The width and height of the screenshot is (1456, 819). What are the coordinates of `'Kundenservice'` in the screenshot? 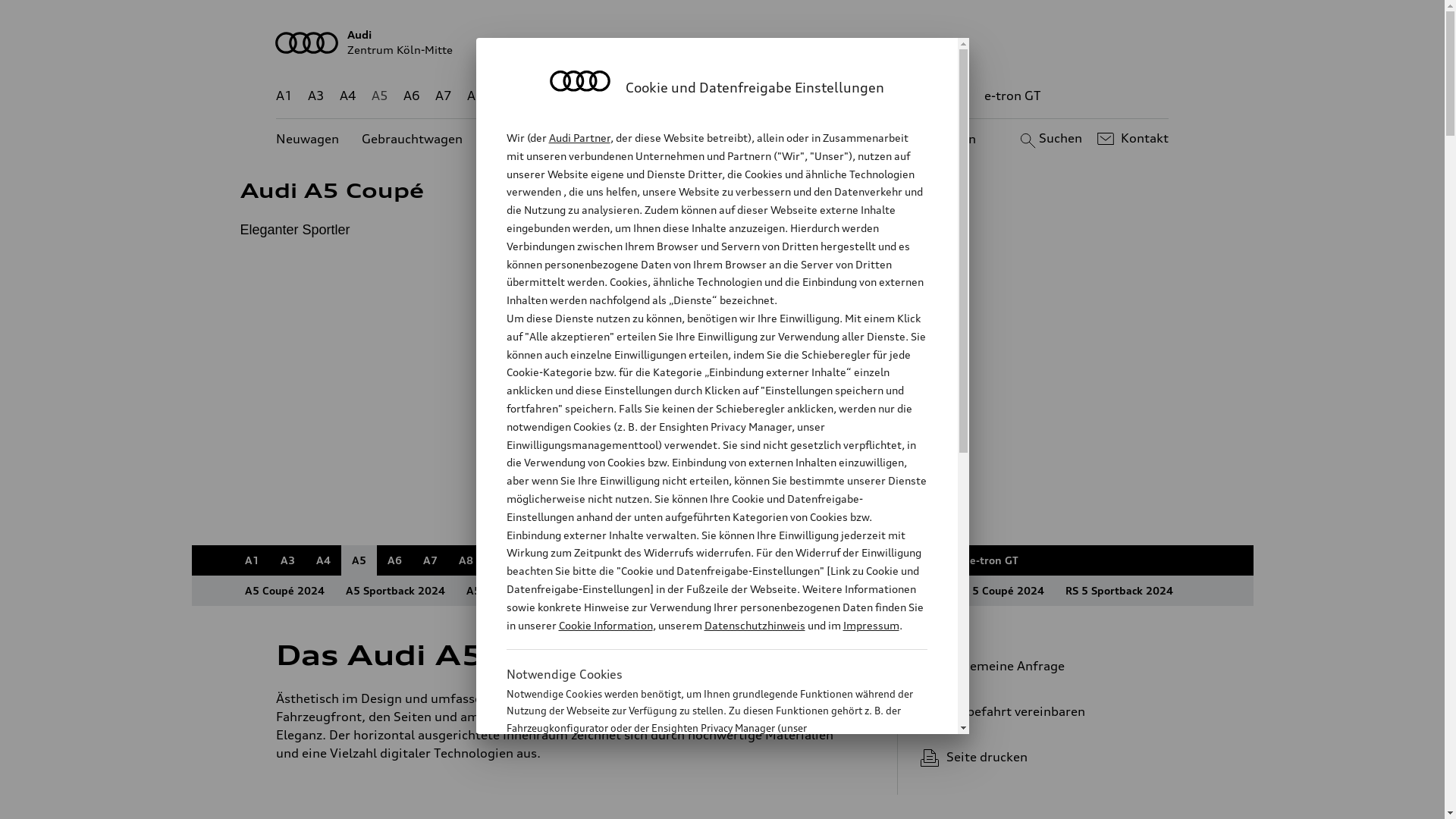 It's located at (731, 139).